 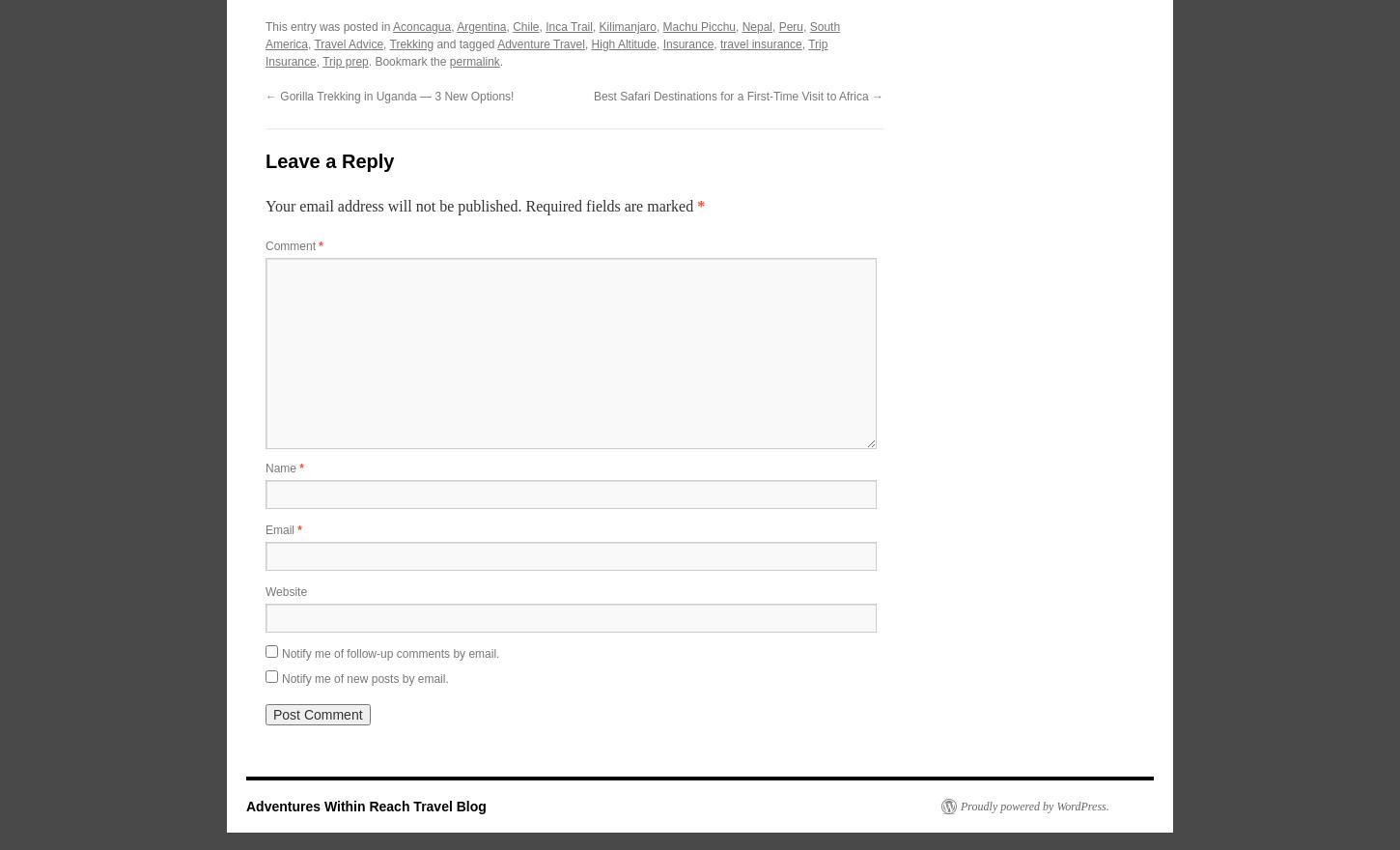 What do you see at coordinates (500, 61) in the screenshot?
I see `'.'` at bounding box center [500, 61].